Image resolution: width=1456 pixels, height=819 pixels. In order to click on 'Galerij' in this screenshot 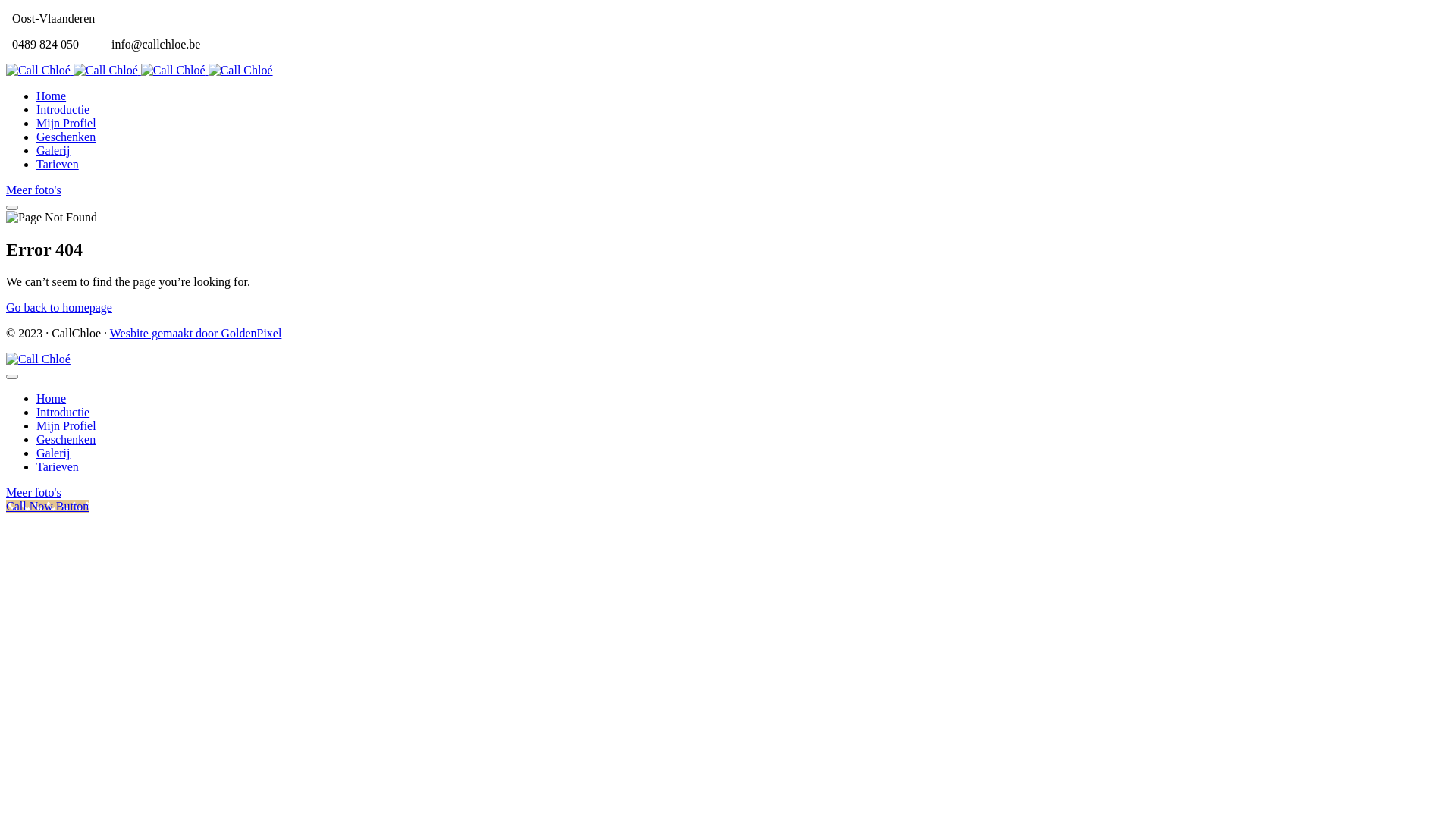, I will do `click(53, 452)`.